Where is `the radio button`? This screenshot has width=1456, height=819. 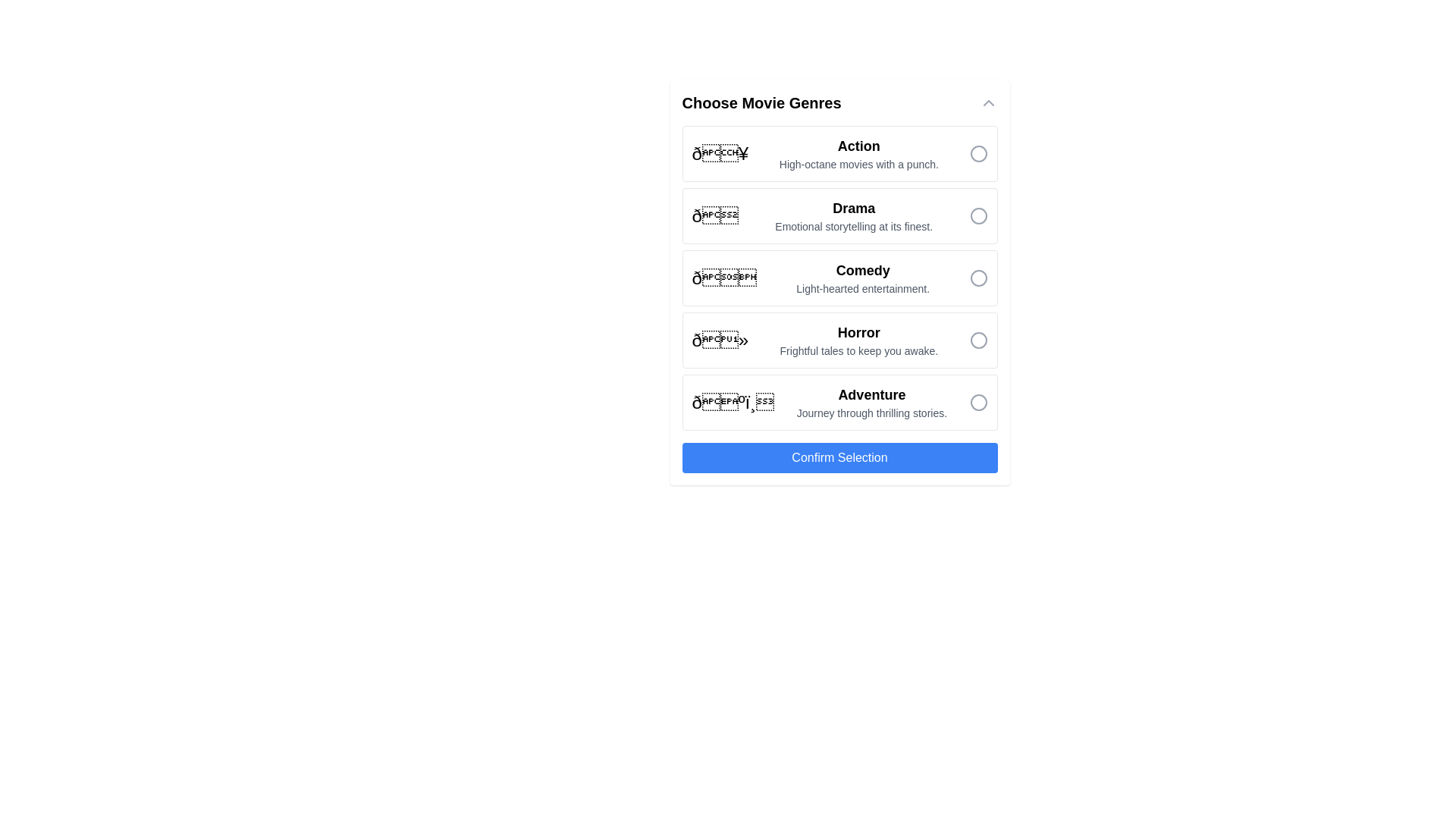
the radio button is located at coordinates (978, 402).